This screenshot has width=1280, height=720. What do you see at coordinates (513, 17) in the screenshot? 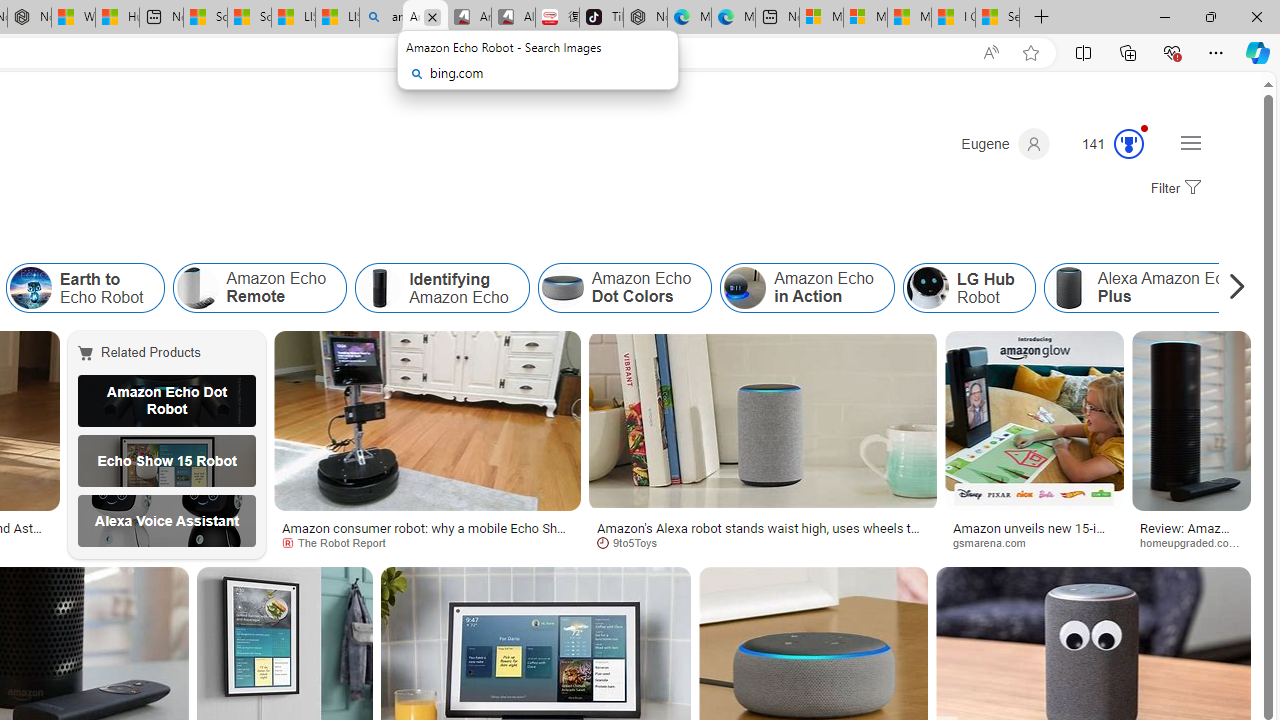
I see `'All Cubot phones'` at bounding box center [513, 17].